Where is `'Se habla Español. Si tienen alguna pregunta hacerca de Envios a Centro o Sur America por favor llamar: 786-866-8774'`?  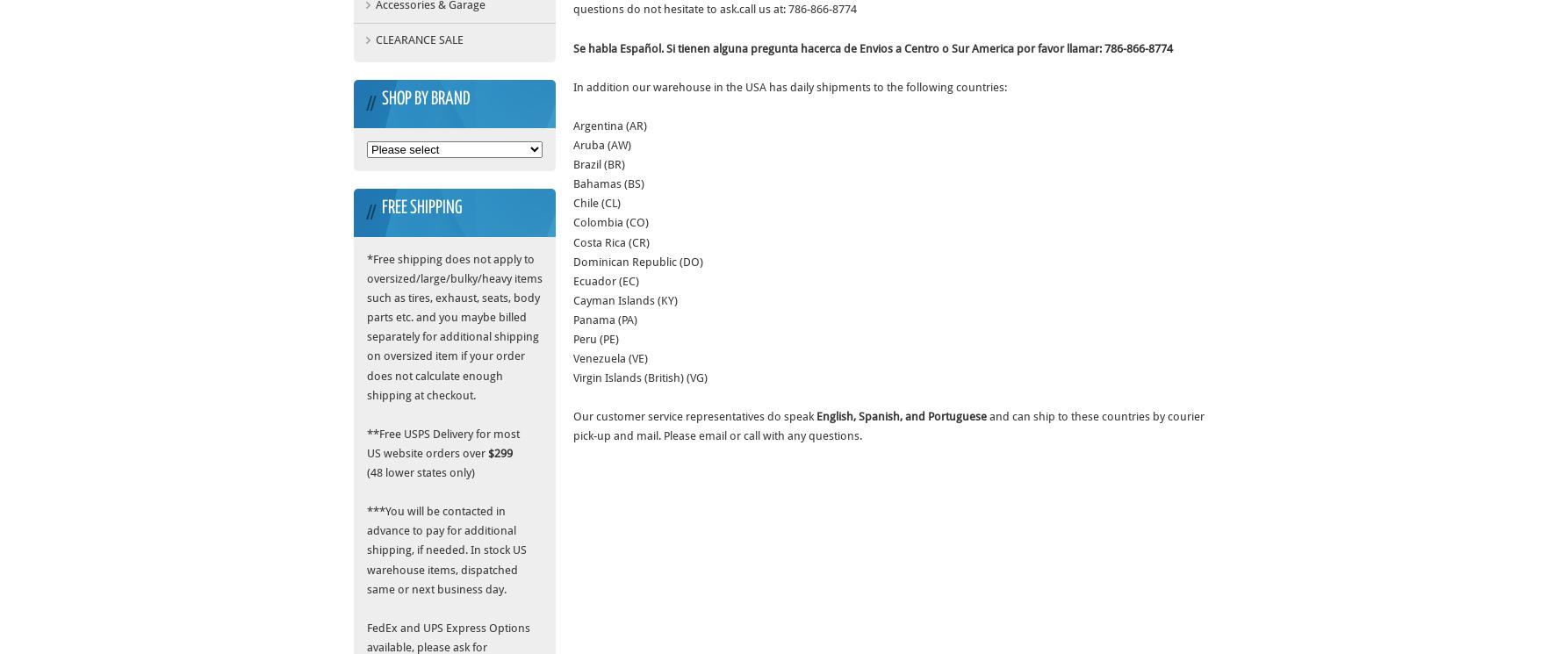
'Se habla Español. Si tienen alguna pregunta hacerca de Envios a Centro o Sur America por favor llamar: 786-866-8774' is located at coordinates (873, 47).